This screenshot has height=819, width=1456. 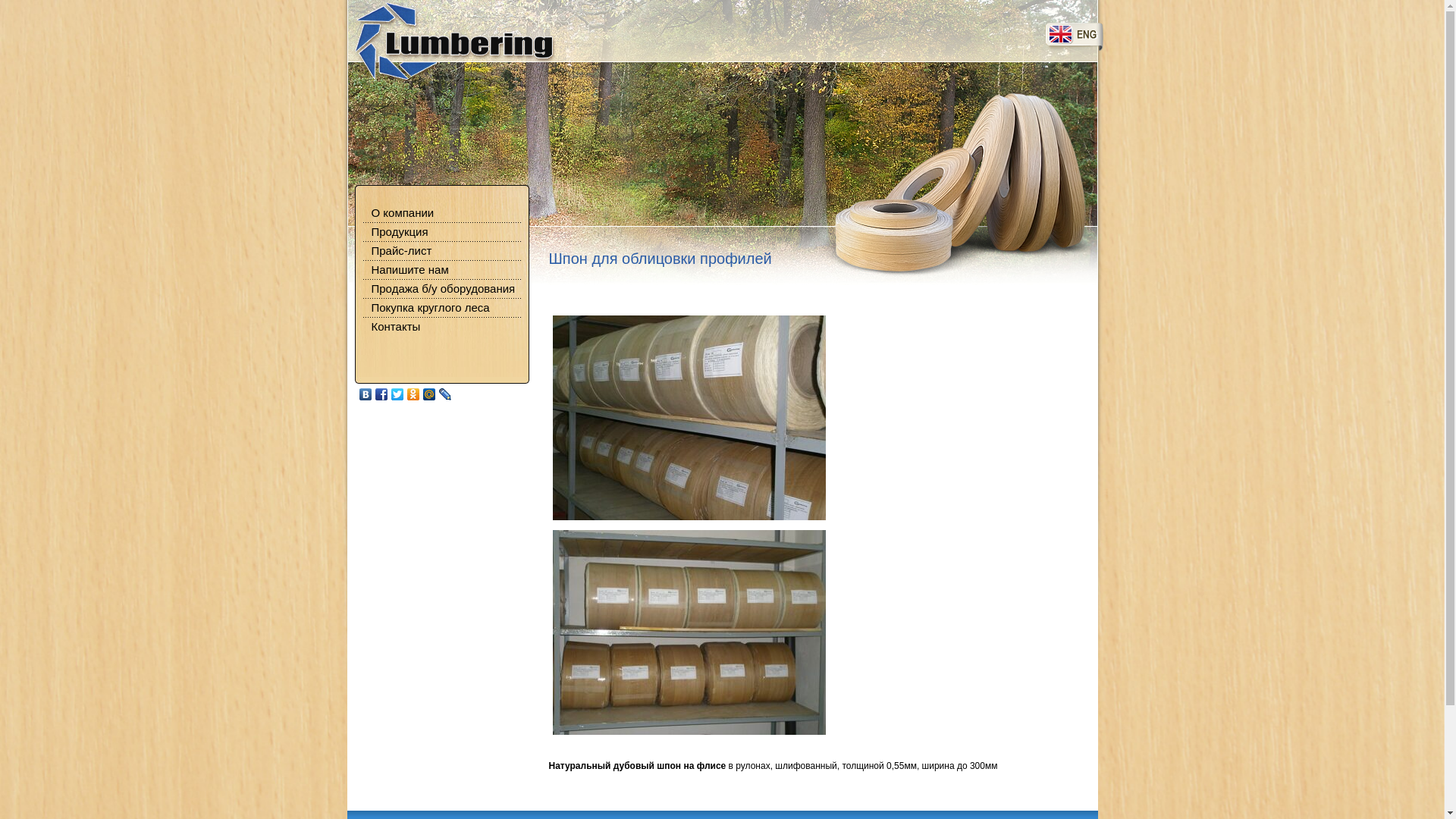 What do you see at coordinates (397, 394) in the screenshot?
I see `'Twitter'` at bounding box center [397, 394].